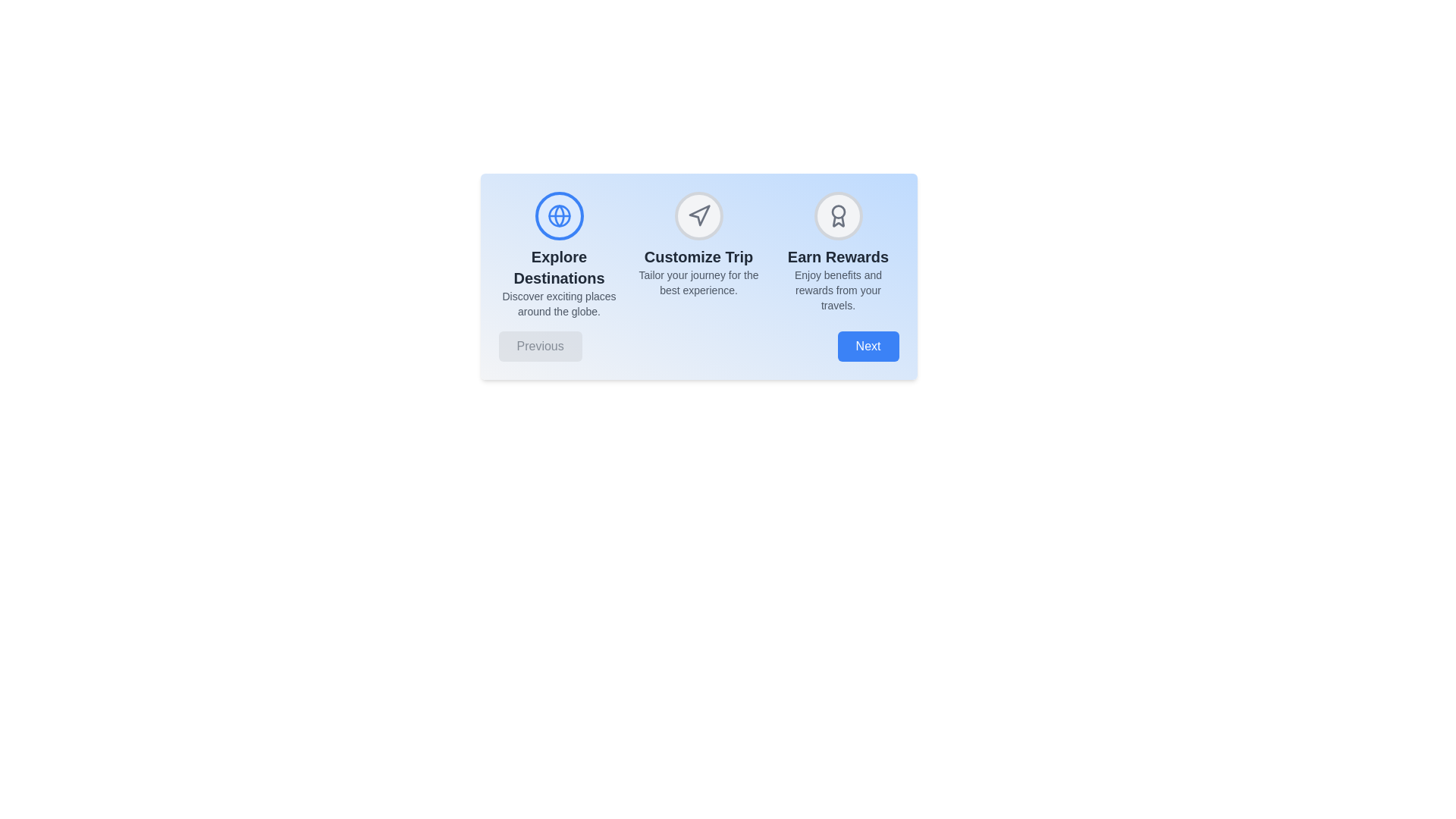  What do you see at coordinates (698, 216) in the screenshot?
I see `the icon representing the Customize Trip step to activate it` at bounding box center [698, 216].